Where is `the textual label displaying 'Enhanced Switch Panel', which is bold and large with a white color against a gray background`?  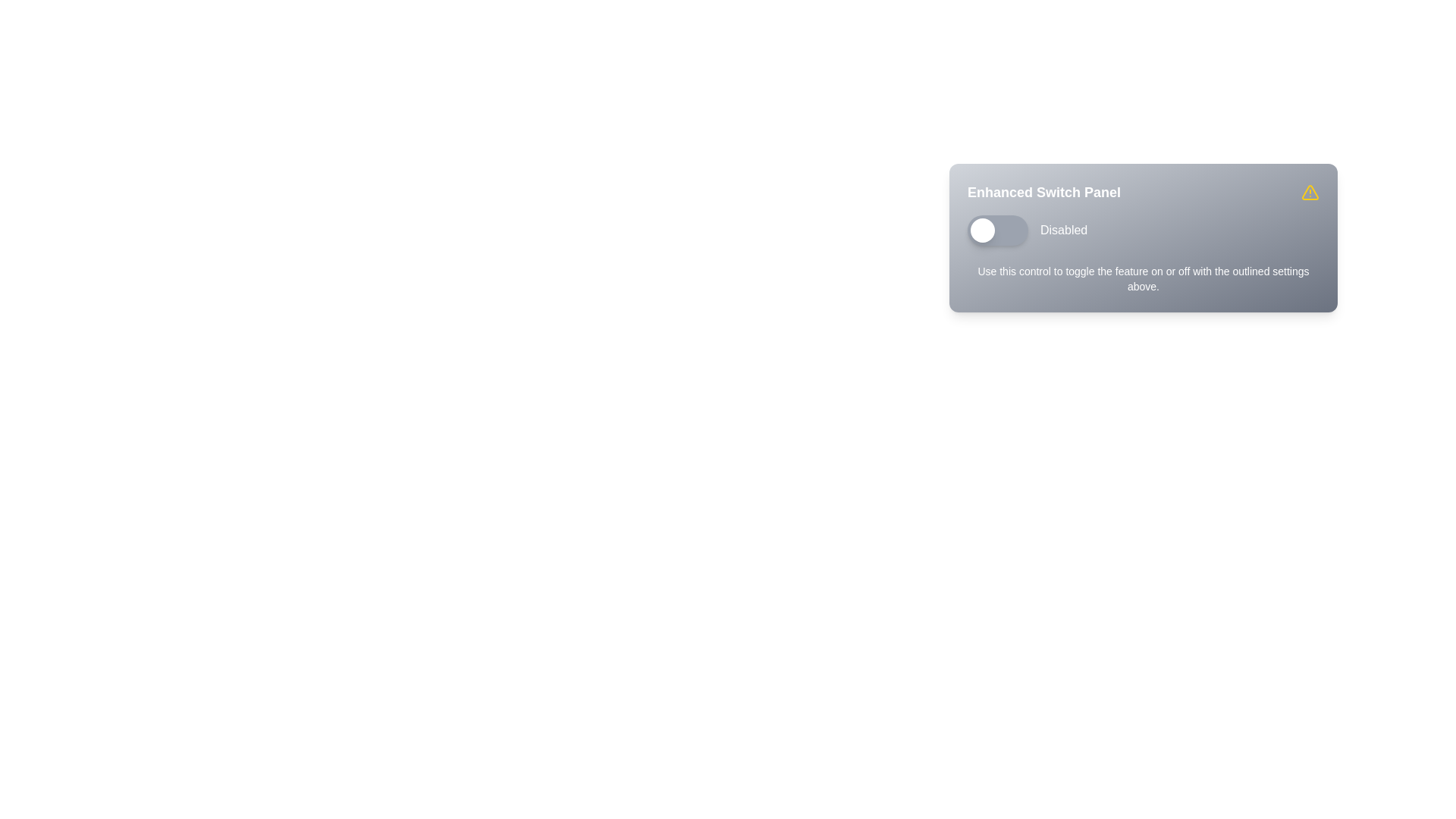
the textual label displaying 'Enhanced Switch Panel', which is bold and large with a white color against a gray background is located at coordinates (1043, 192).